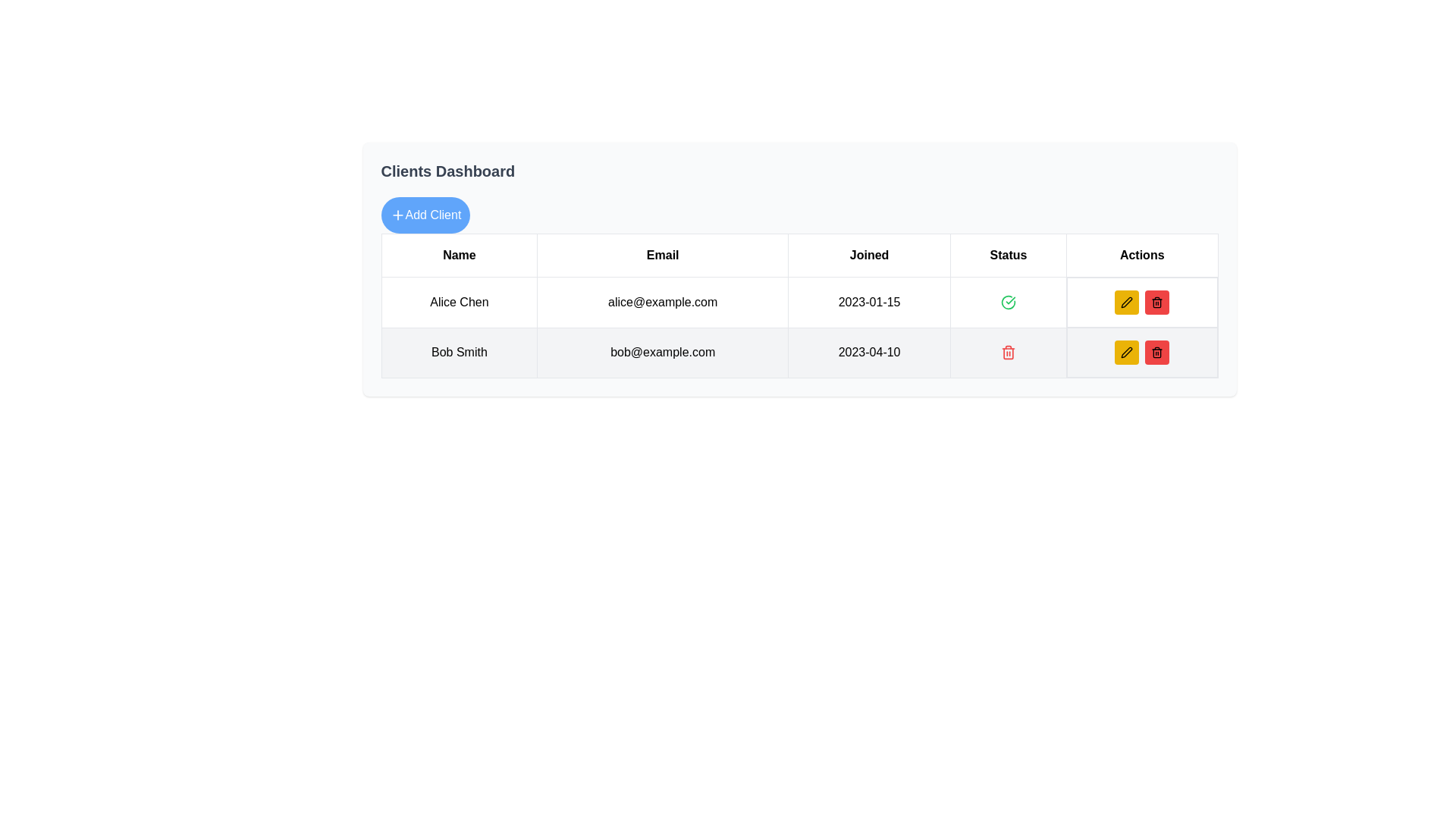  I want to click on the red trash can delete button located in the 'Actions' column of the second row in the table, so click(1008, 353).